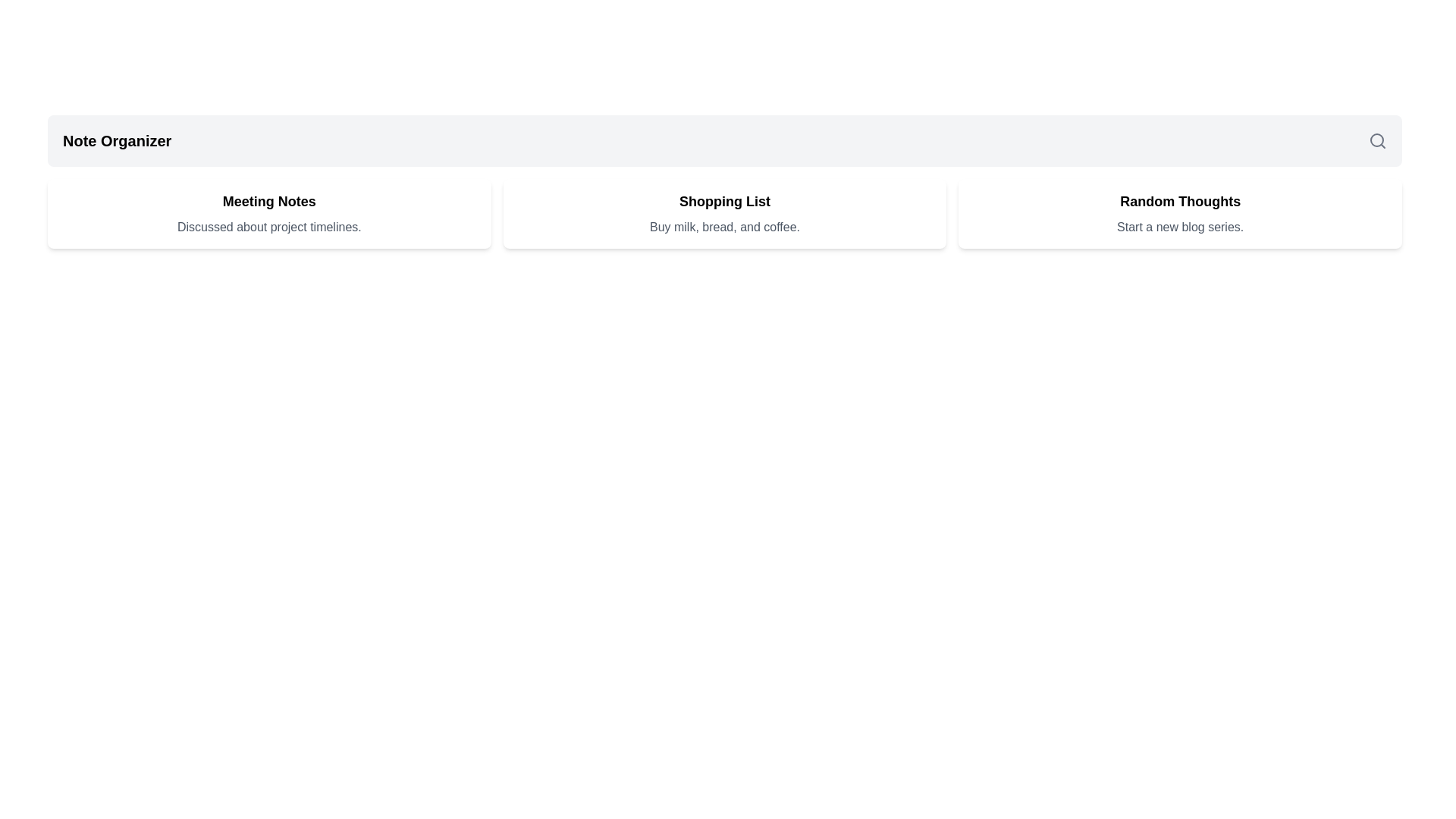 This screenshot has width=1456, height=819. I want to click on the descriptive text located below the title 'Random Thoughts' in the third card of a horizontal series of three cards, so click(1179, 227).